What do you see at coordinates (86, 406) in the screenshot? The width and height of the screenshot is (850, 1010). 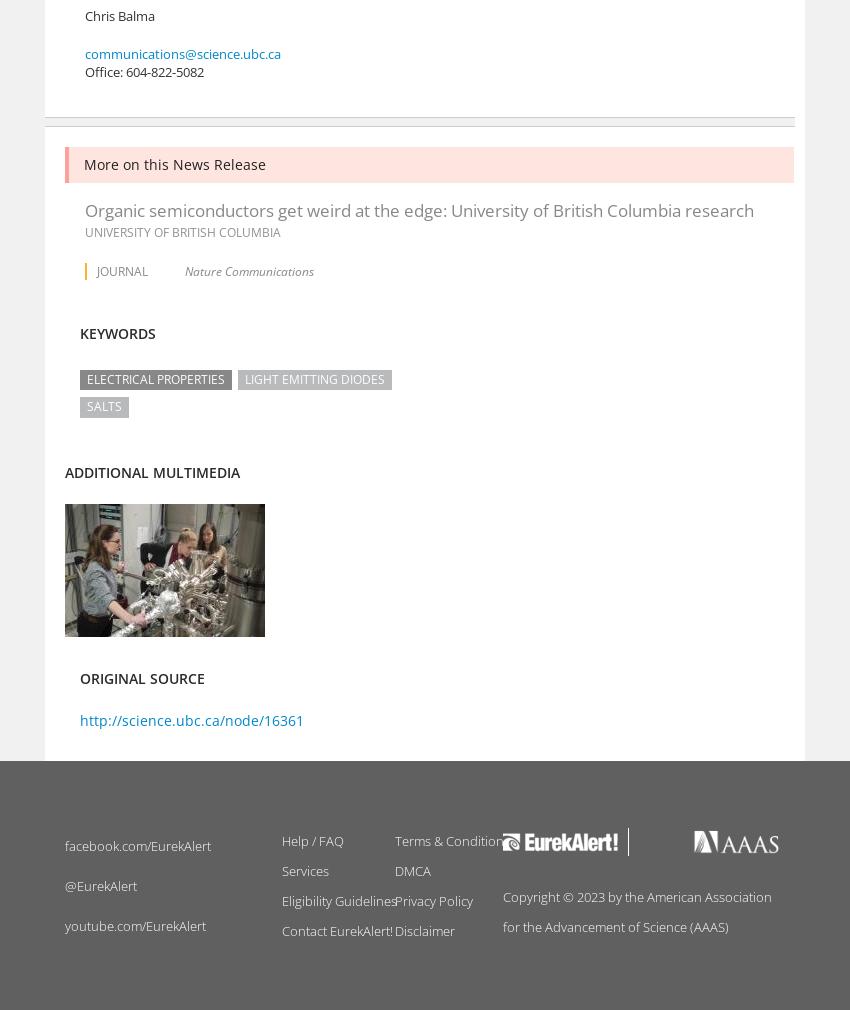 I see `'Salts'` at bounding box center [86, 406].